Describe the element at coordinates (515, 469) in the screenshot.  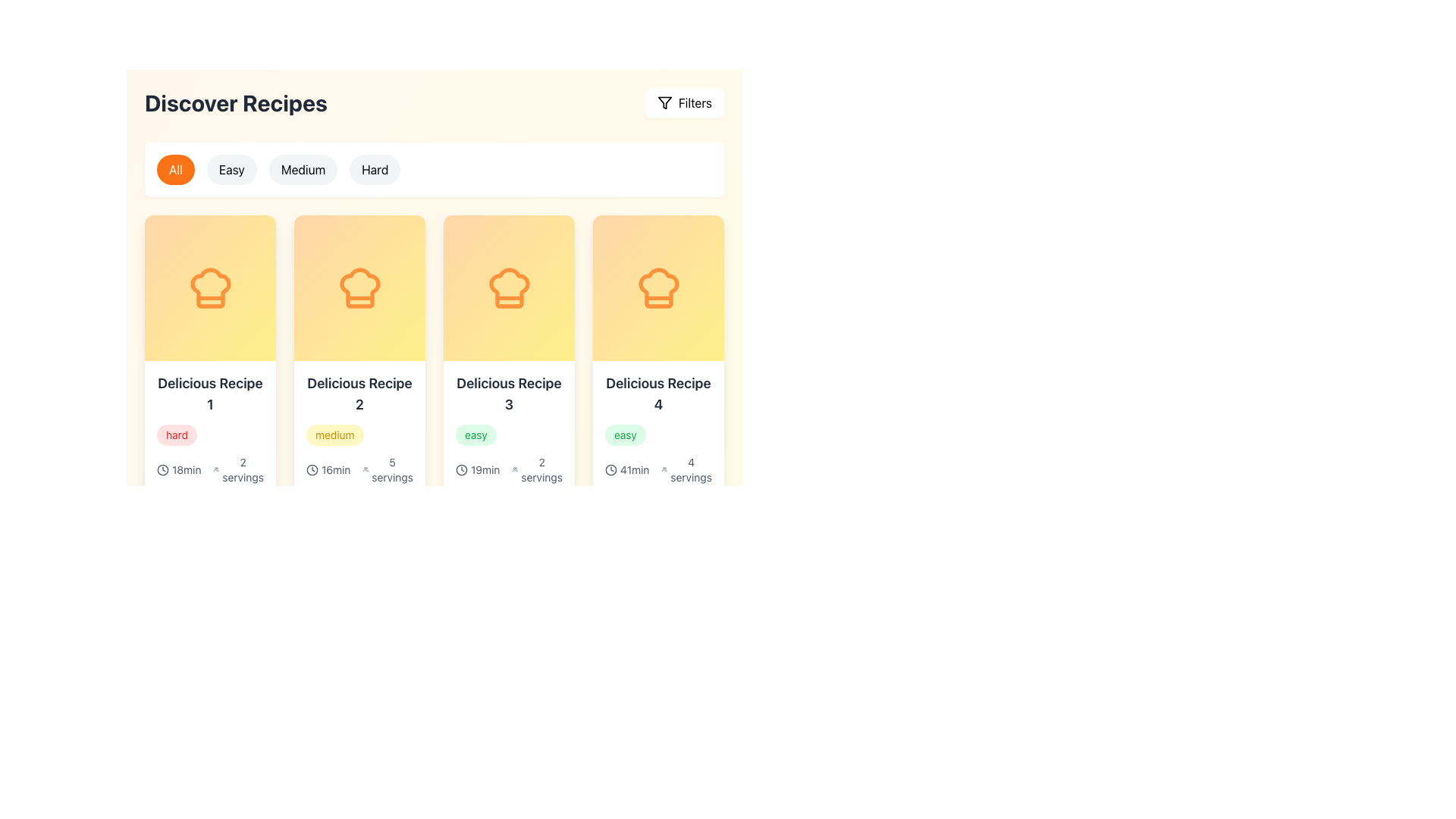
I see `the user silhouettes icon located in the '2 servings' section of the 'Delicious Recipe 3' card` at that location.